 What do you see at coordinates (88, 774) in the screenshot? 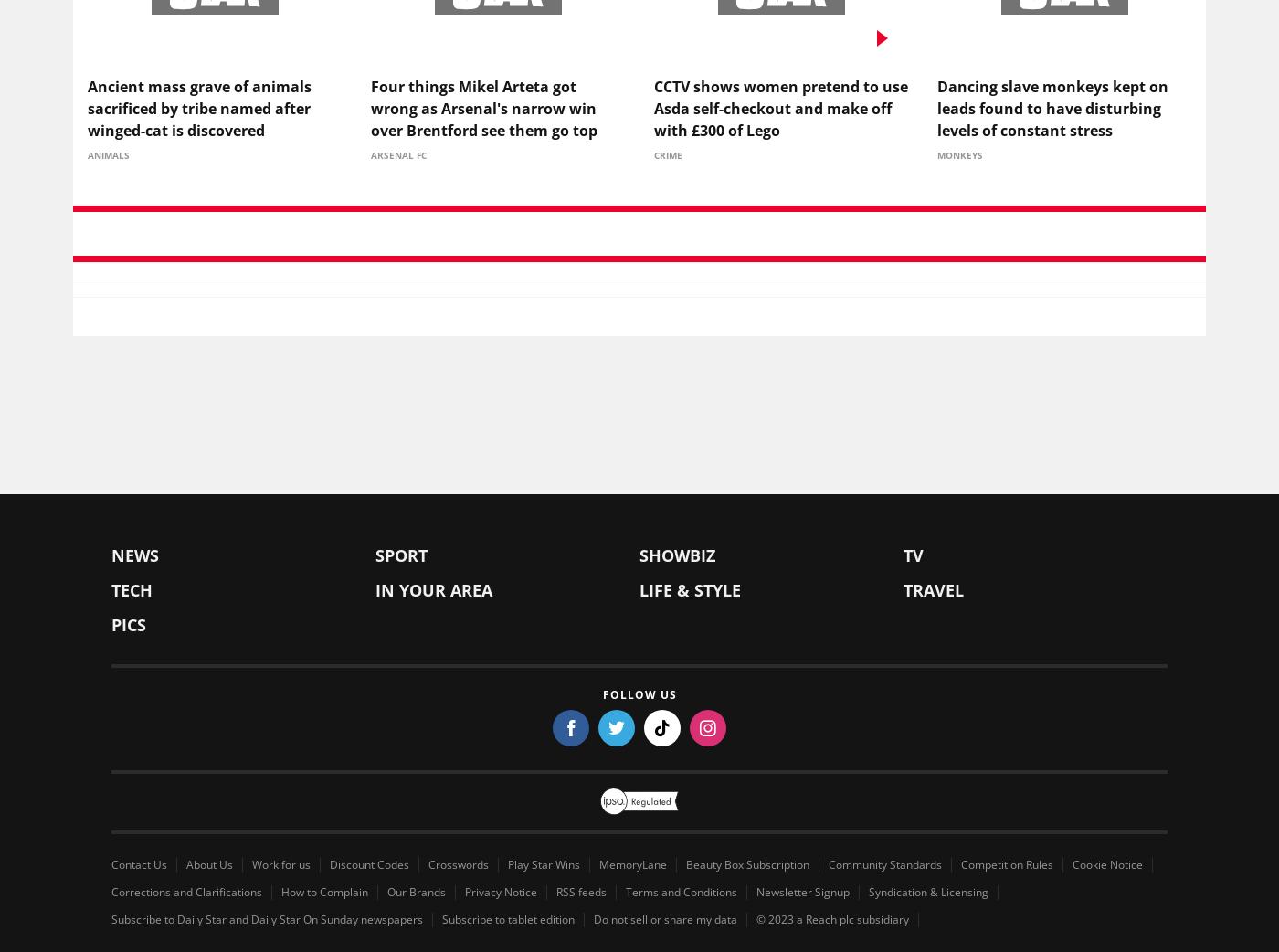
I see `'Sky boxing icon Adam Smith says 'it's great to be alive' at ringside after beating cancer'` at bounding box center [88, 774].